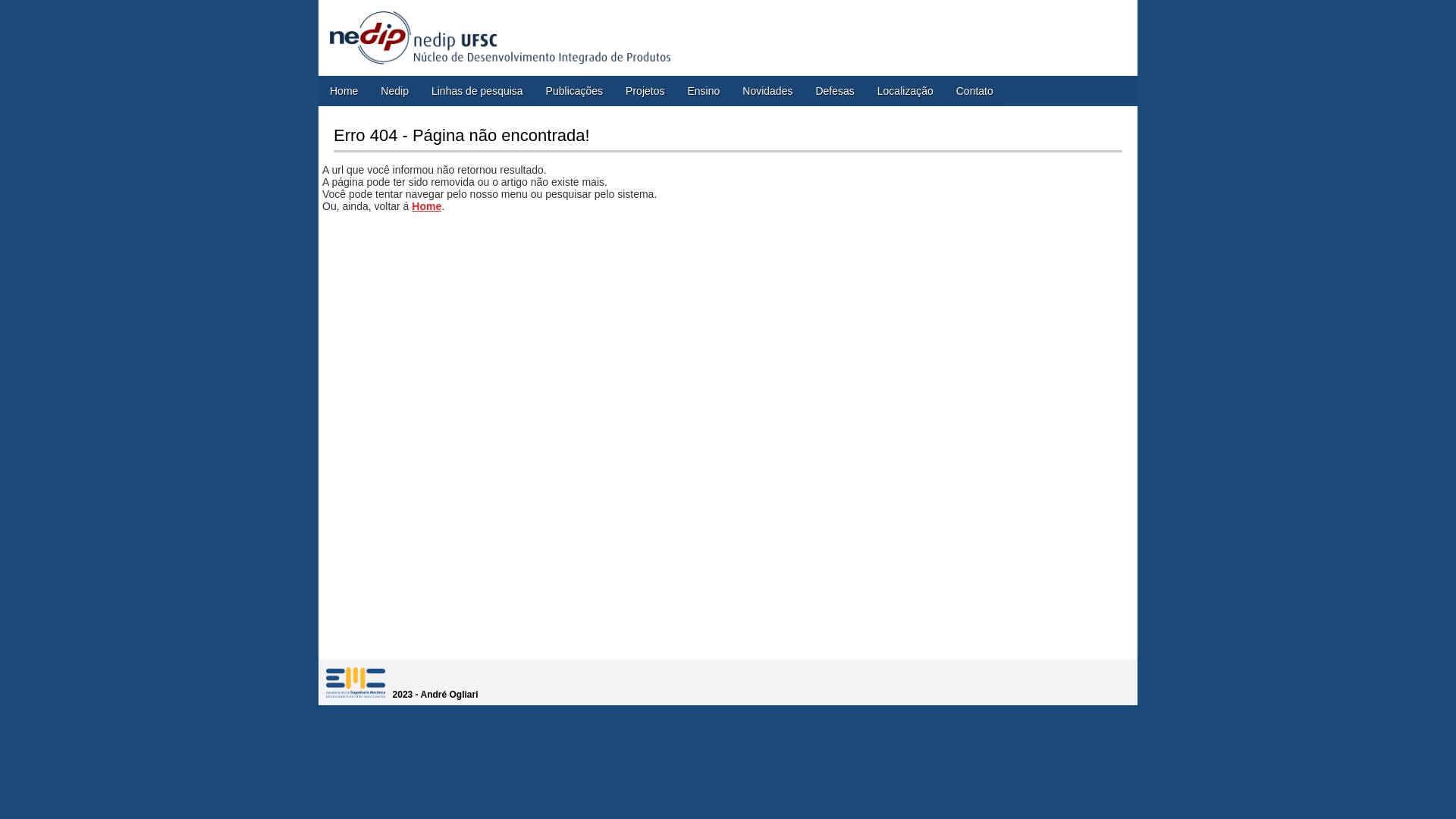 This screenshot has width=1456, height=819. I want to click on 'Home', so click(411, 206).